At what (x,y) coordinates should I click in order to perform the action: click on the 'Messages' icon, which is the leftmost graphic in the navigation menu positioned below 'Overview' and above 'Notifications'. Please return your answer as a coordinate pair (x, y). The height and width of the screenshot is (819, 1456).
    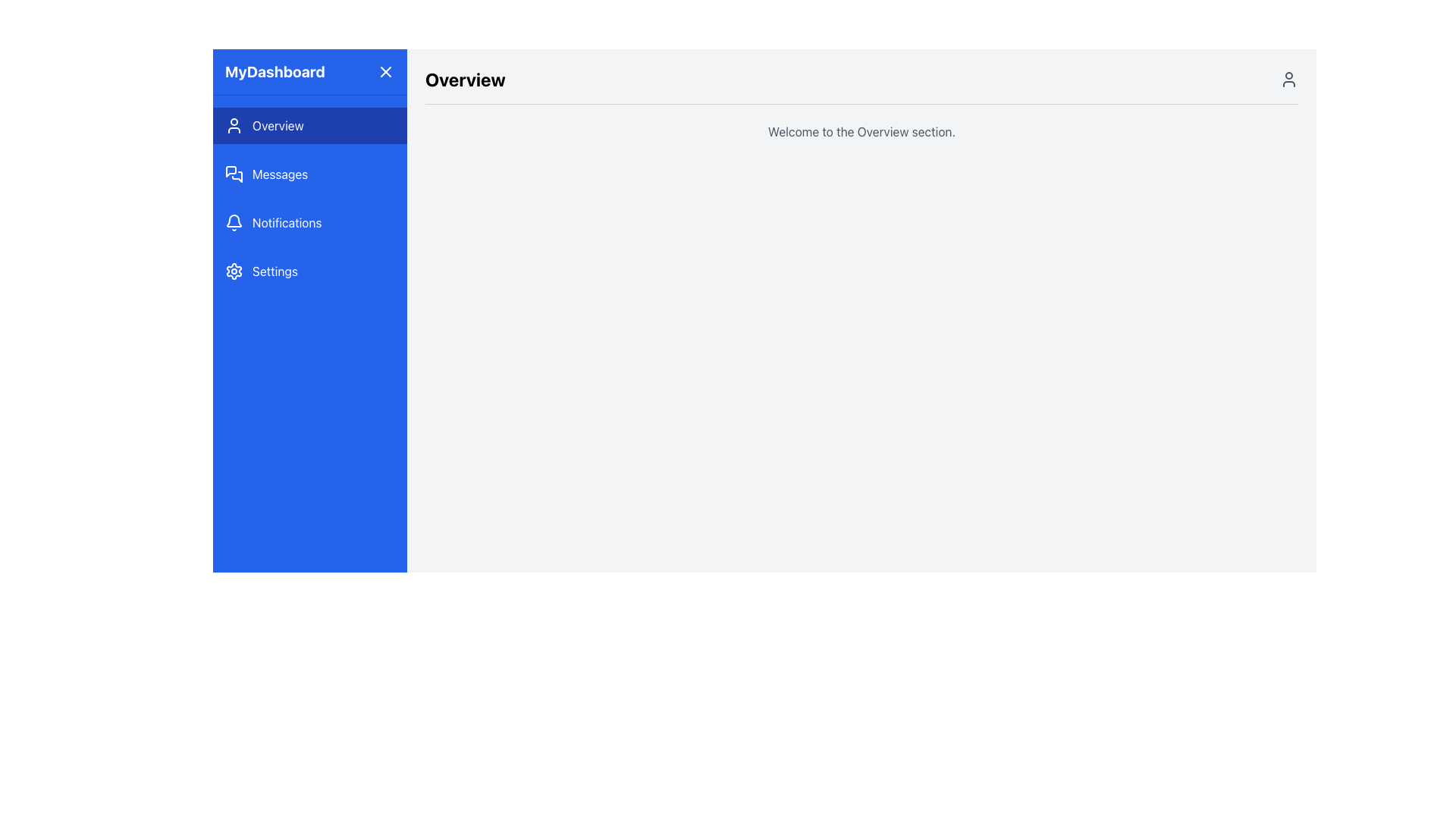
    Looking at the image, I should click on (231, 171).